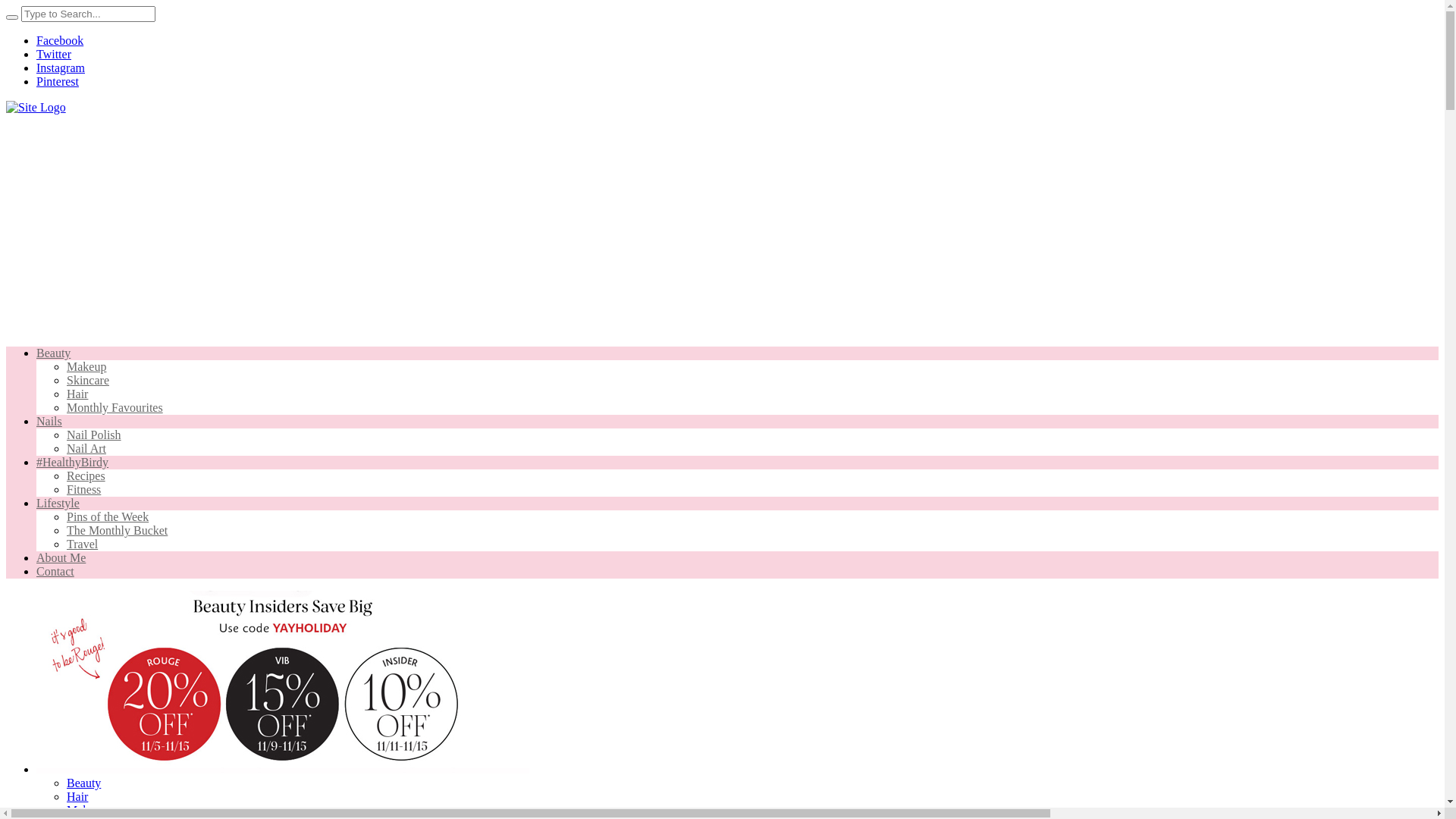 This screenshot has width=1456, height=819. What do you see at coordinates (54, 53) in the screenshot?
I see `'Twitter'` at bounding box center [54, 53].